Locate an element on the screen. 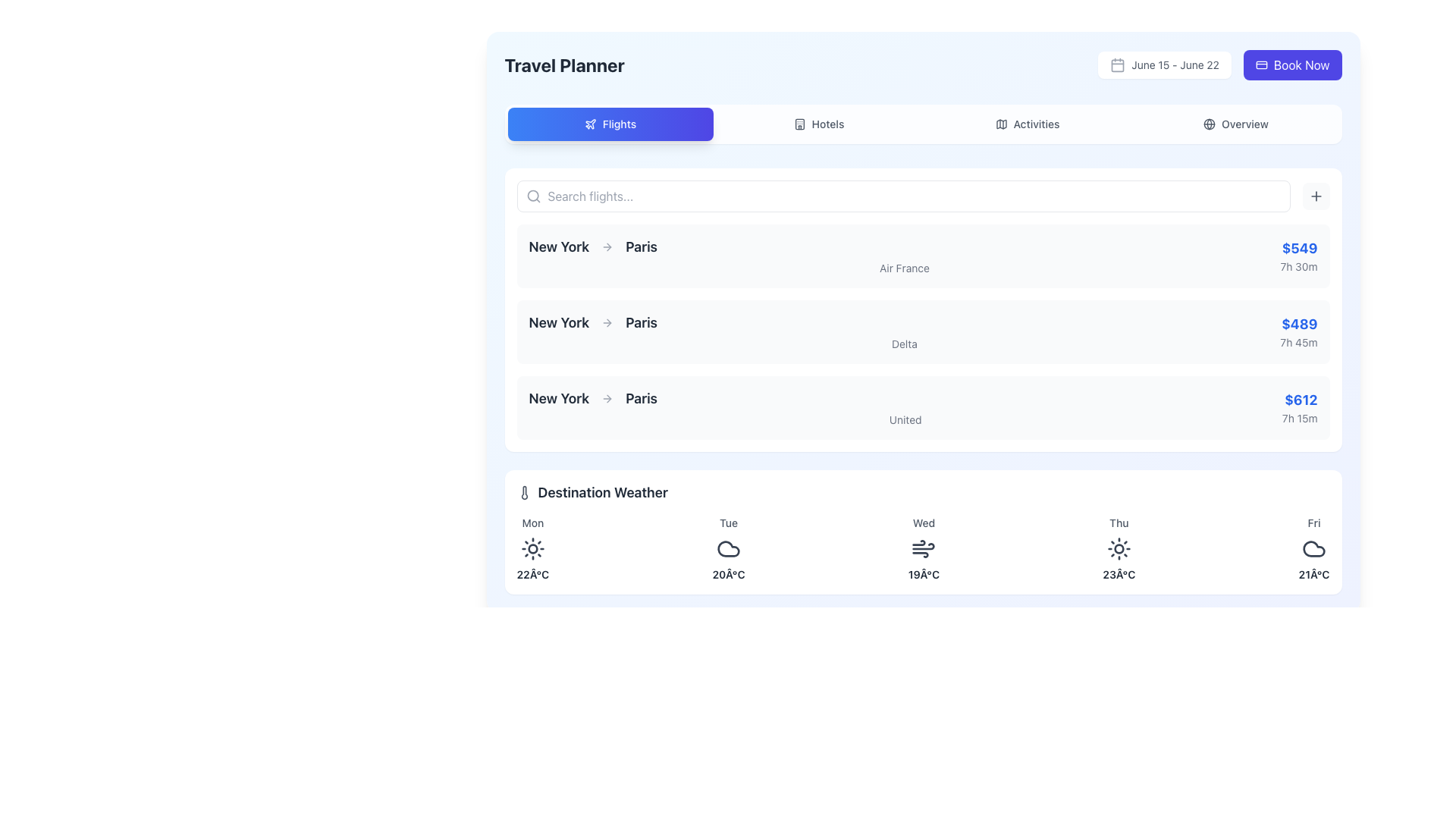  the text label displaying 'Mon' in the 'Destination Weather' section, which is styled in a small font and gray color, located above the sunny weather icon is located at coordinates (532, 522).